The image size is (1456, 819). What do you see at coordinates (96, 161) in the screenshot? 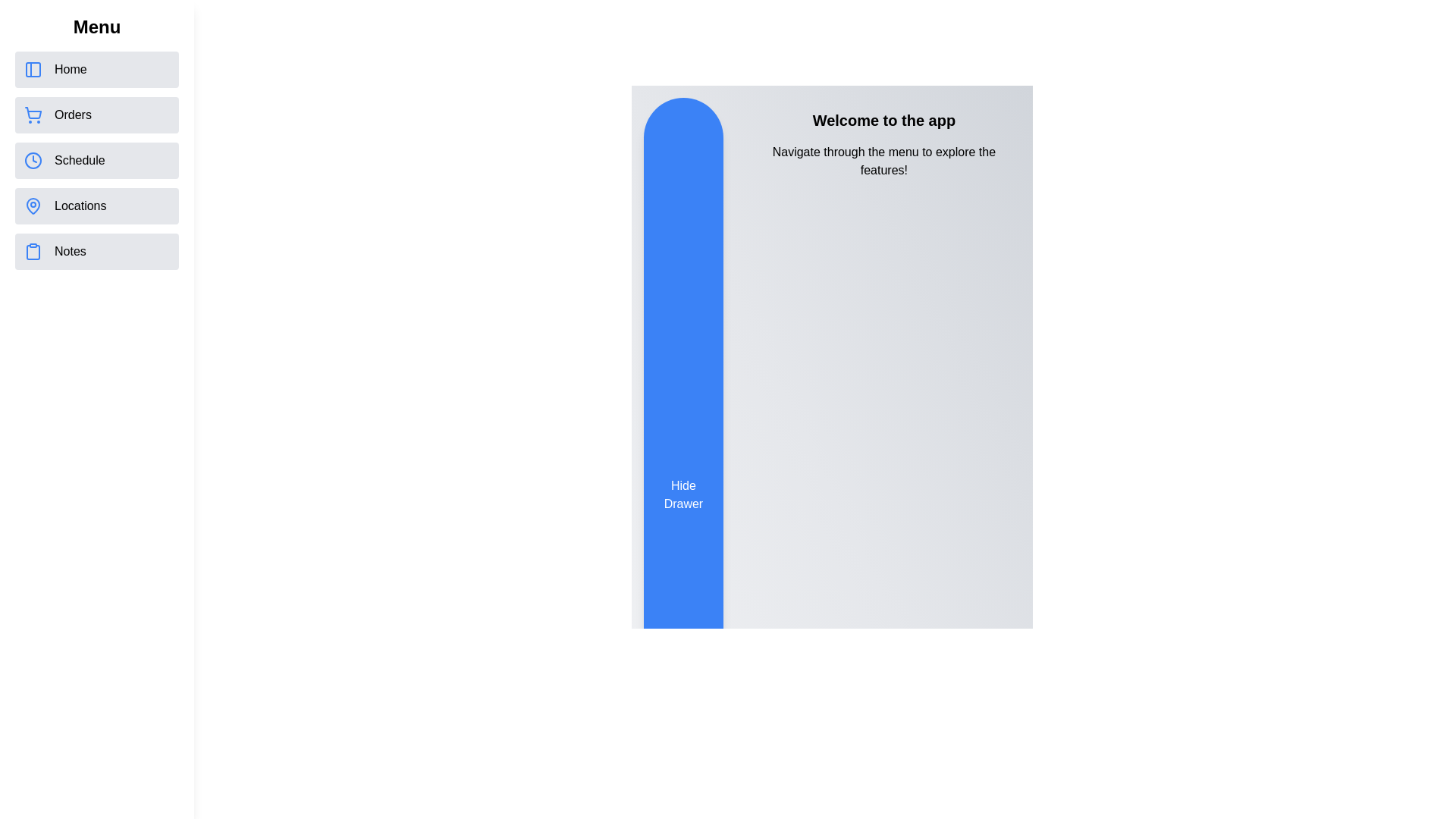
I see `the menu item Schedule to navigate` at bounding box center [96, 161].